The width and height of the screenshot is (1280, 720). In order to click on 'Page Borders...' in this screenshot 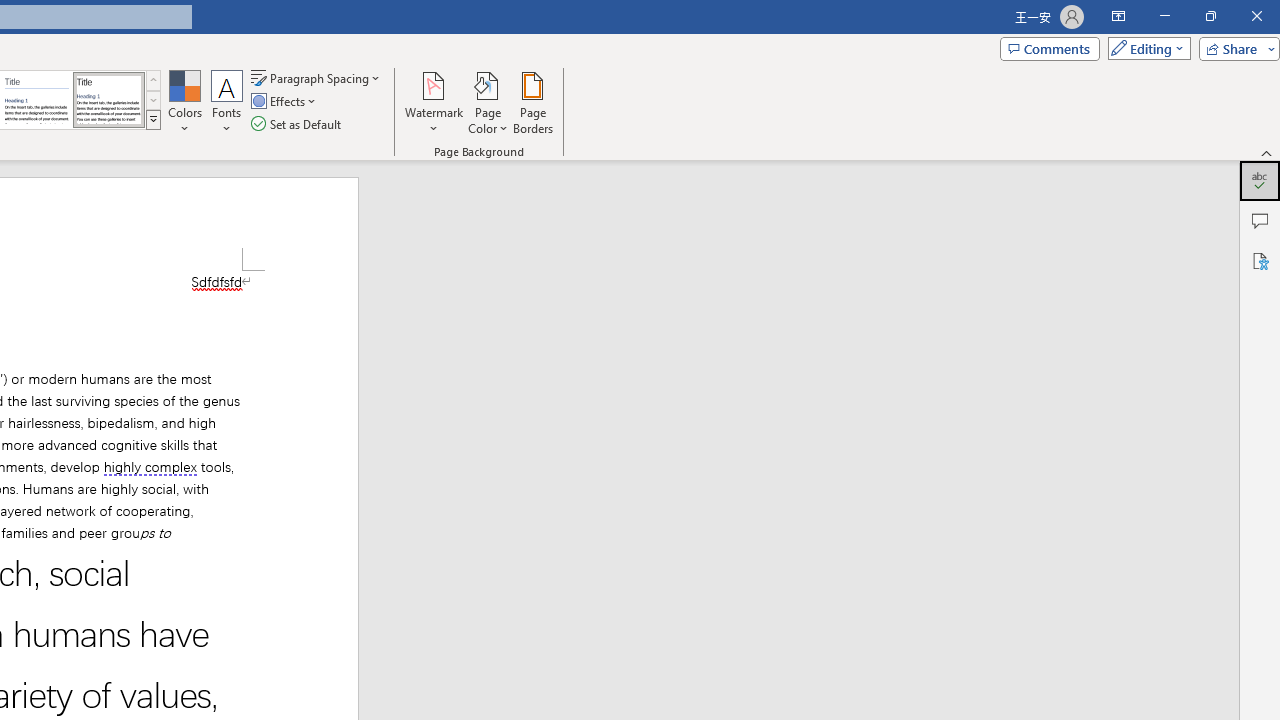, I will do `click(533, 103)`.